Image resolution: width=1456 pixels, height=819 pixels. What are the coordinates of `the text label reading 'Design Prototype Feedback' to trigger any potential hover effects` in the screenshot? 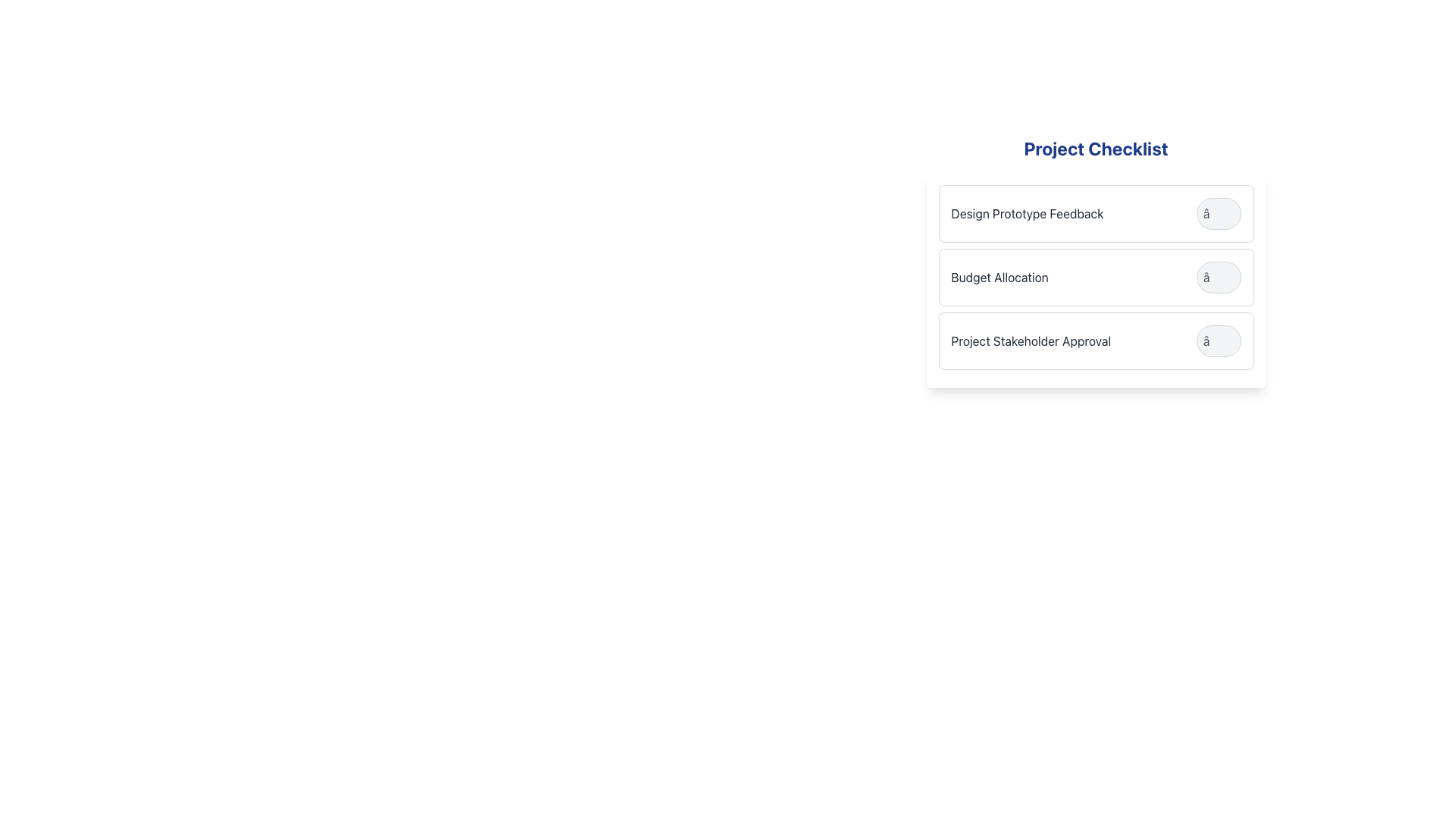 It's located at (1027, 213).